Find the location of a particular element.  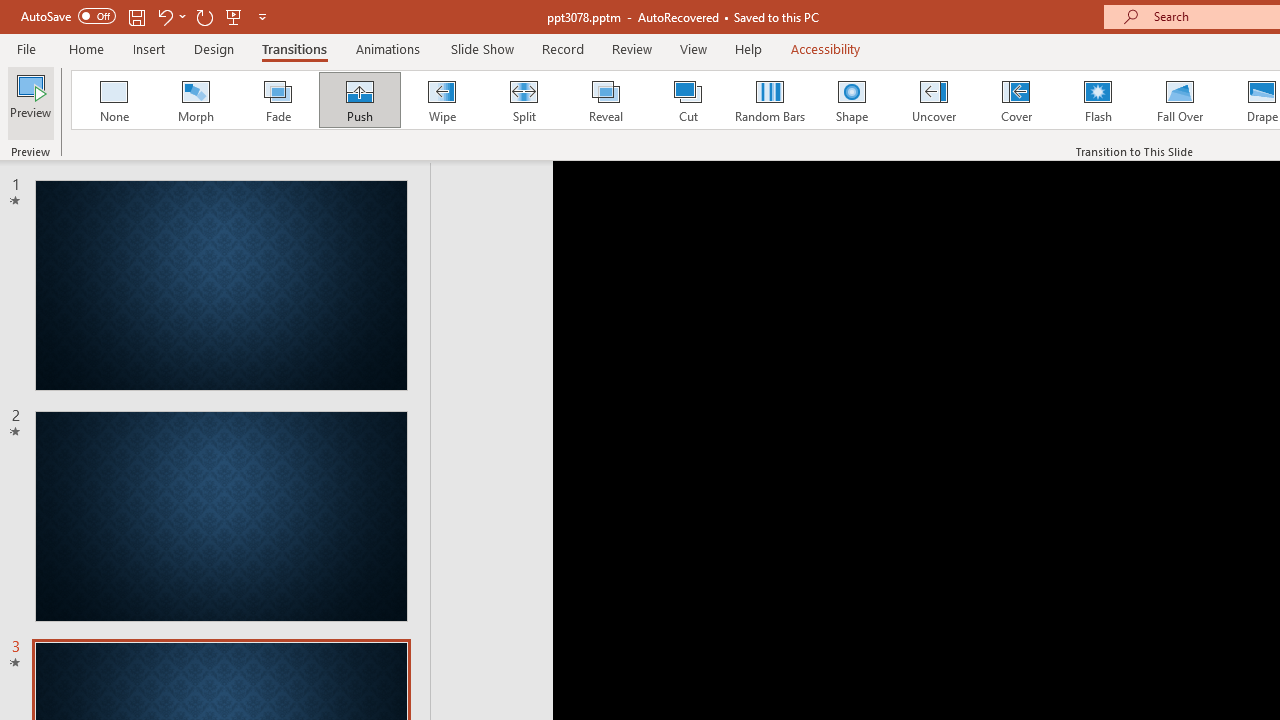

'Push' is located at coordinates (359, 100).